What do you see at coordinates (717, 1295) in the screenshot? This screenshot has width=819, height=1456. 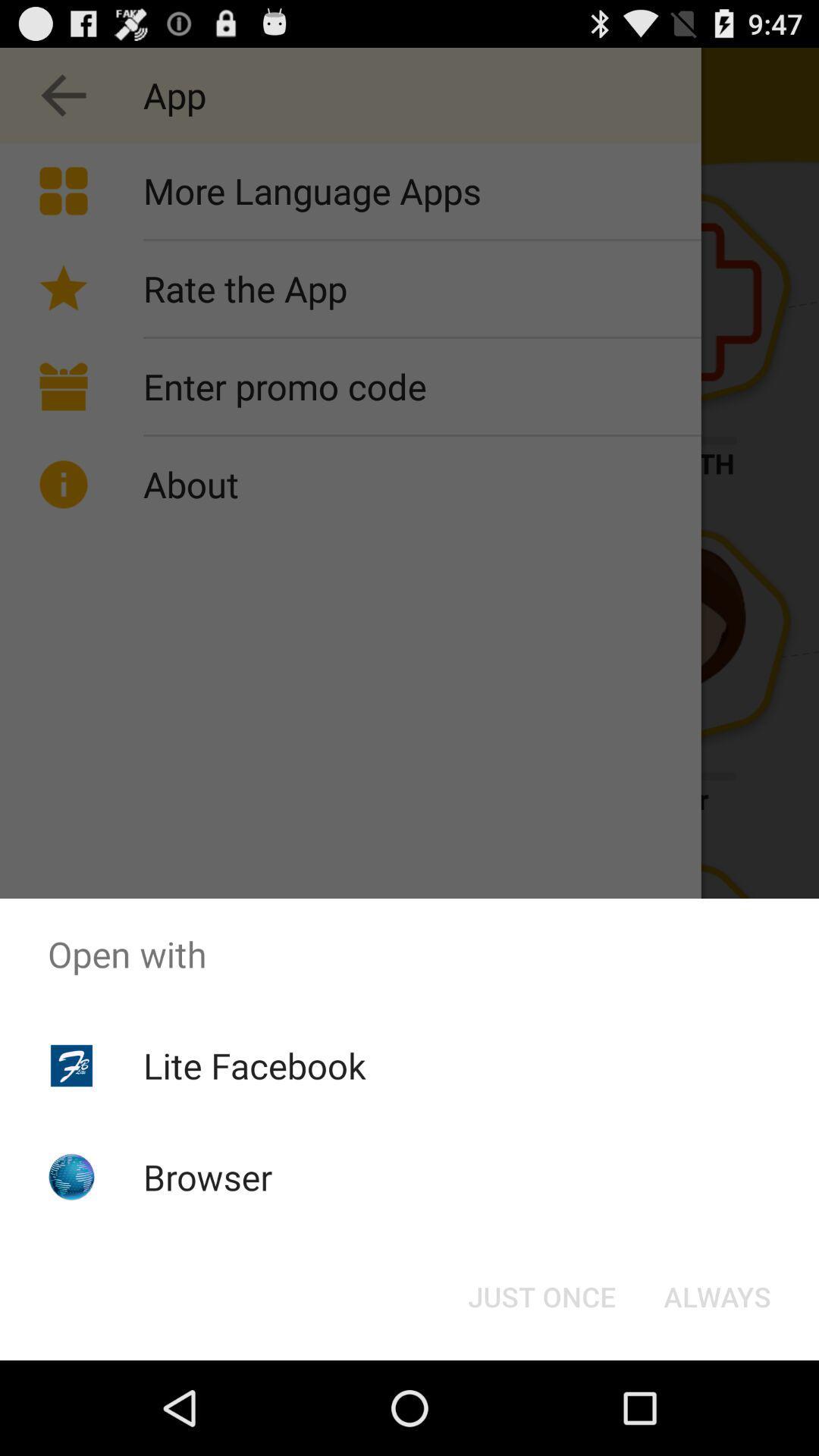 I see `item to the right of just once button` at bounding box center [717, 1295].